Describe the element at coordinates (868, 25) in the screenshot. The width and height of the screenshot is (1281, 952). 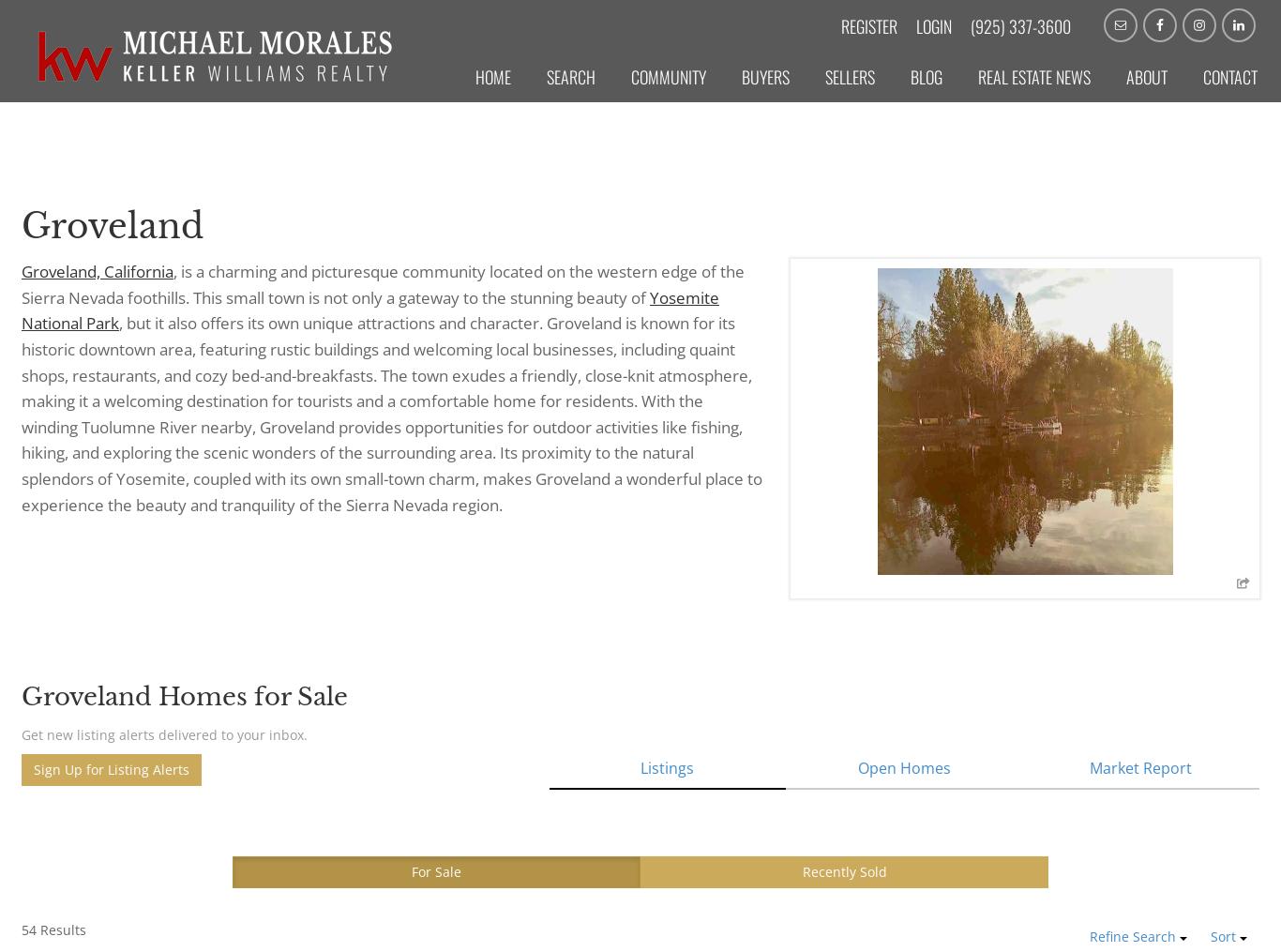
I see `'Register'` at that location.